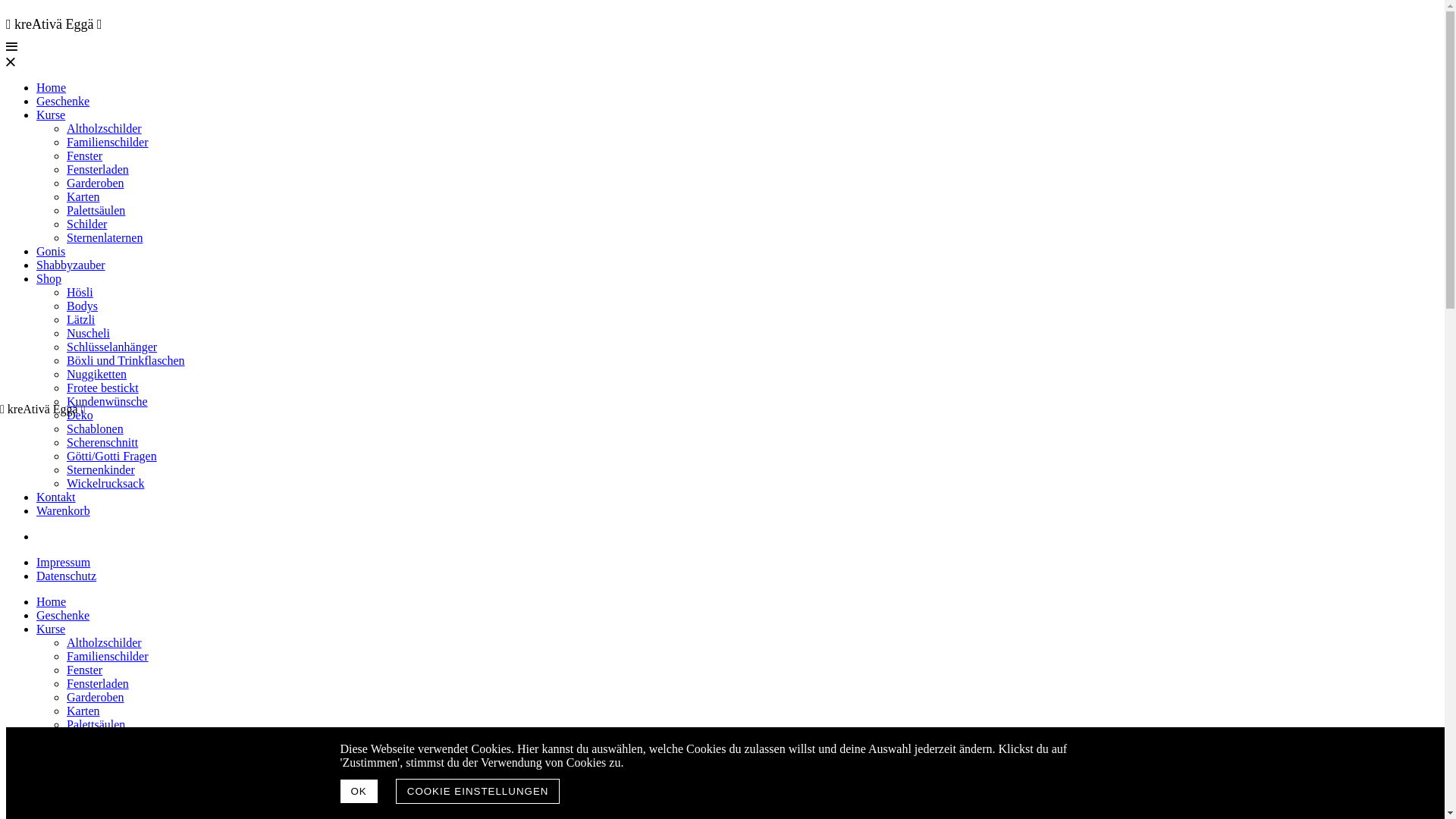 The image size is (1456, 819). What do you see at coordinates (65, 669) in the screenshot?
I see `'Fenster'` at bounding box center [65, 669].